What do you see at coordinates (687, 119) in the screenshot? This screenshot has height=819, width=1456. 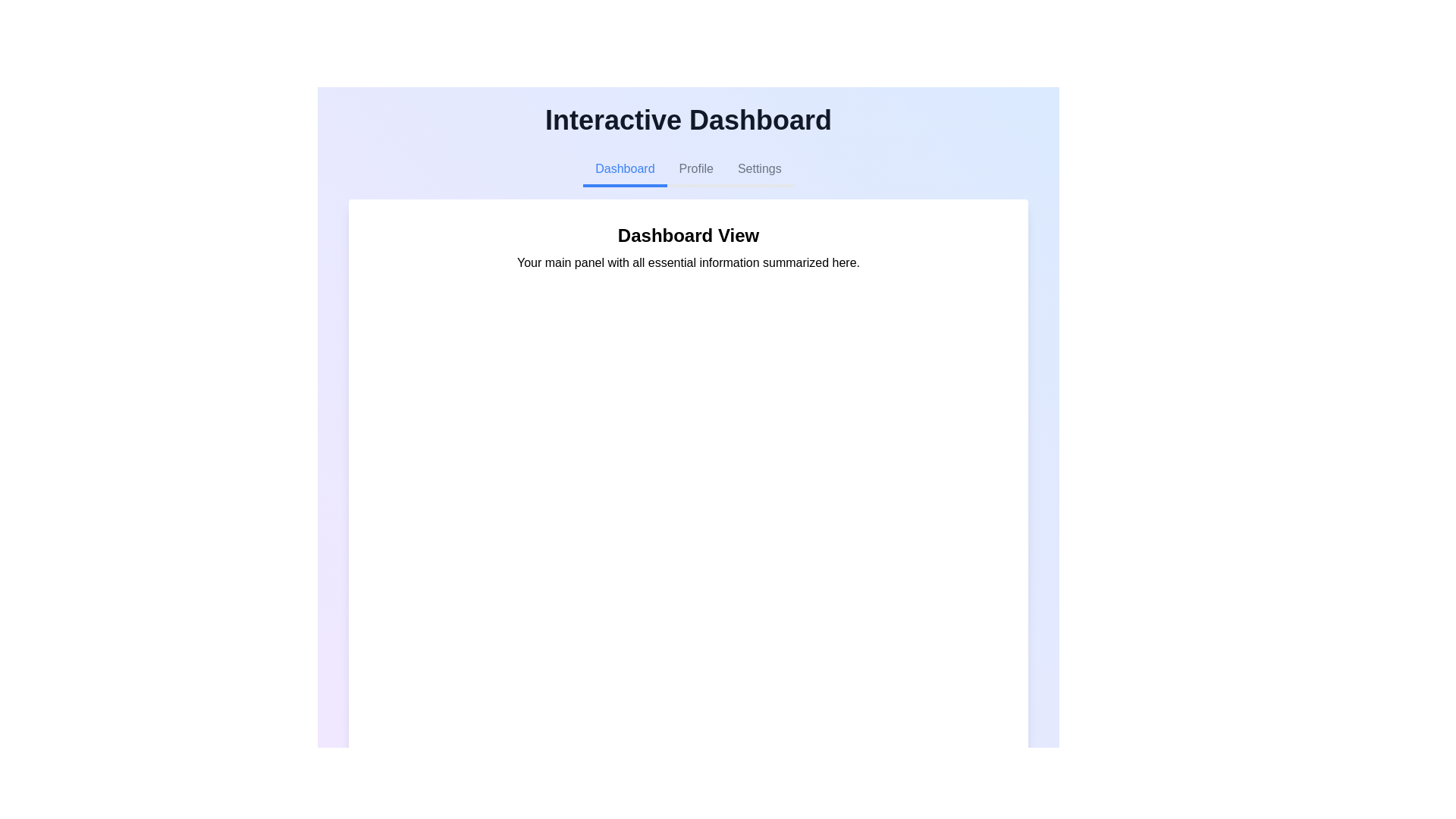 I see `the heading text element that serves as the title for the interface, located above the navigation links in the UI hierarchy` at bounding box center [687, 119].